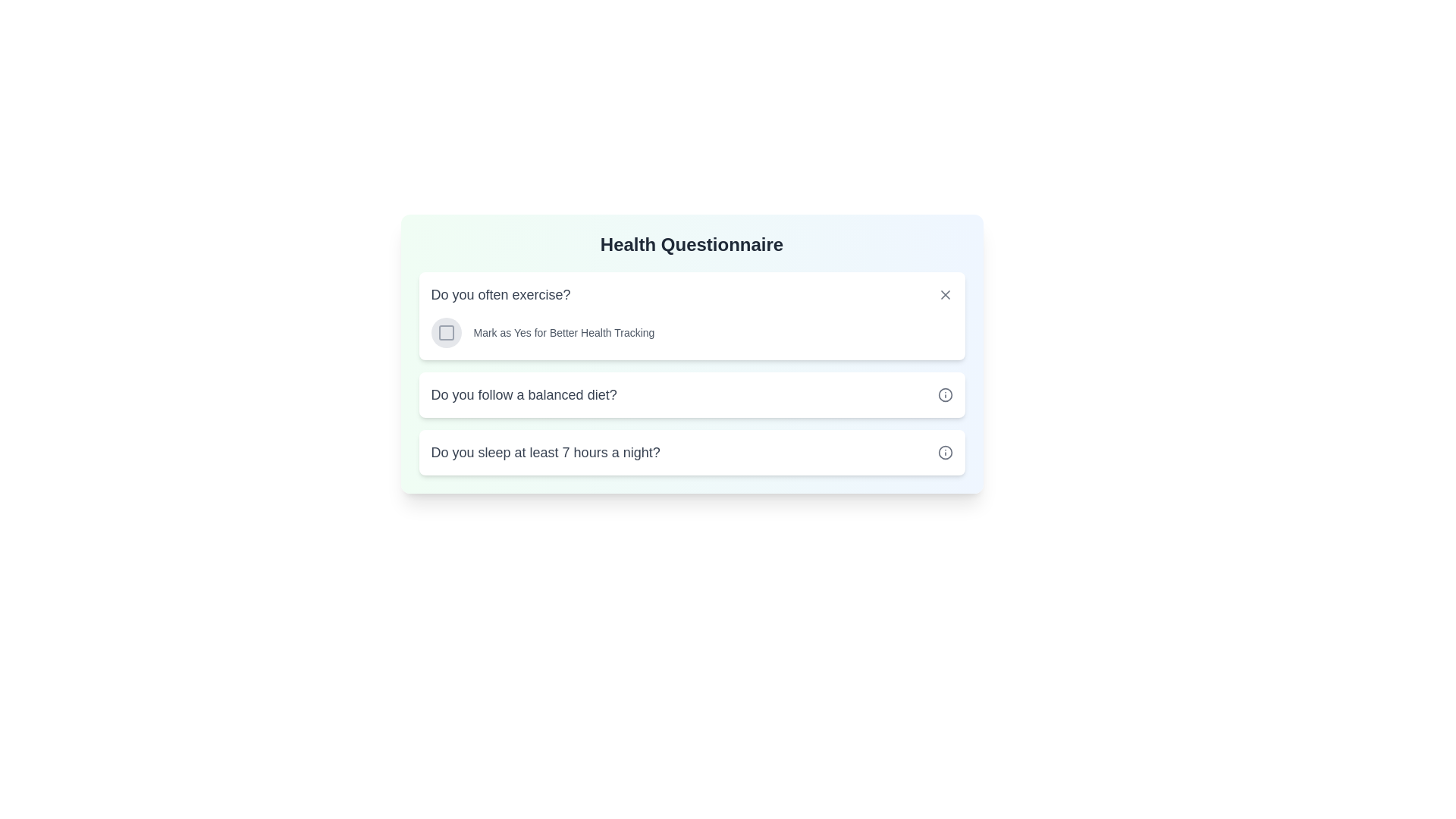 The height and width of the screenshot is (819, 1456). Describe the element at coordinates (445, 332) in the screenshot. I see `the visual indicator or status icon within the first question card labeled 'Do you often exercise?', which is centered inside a 24x24 pixel square` at that location.